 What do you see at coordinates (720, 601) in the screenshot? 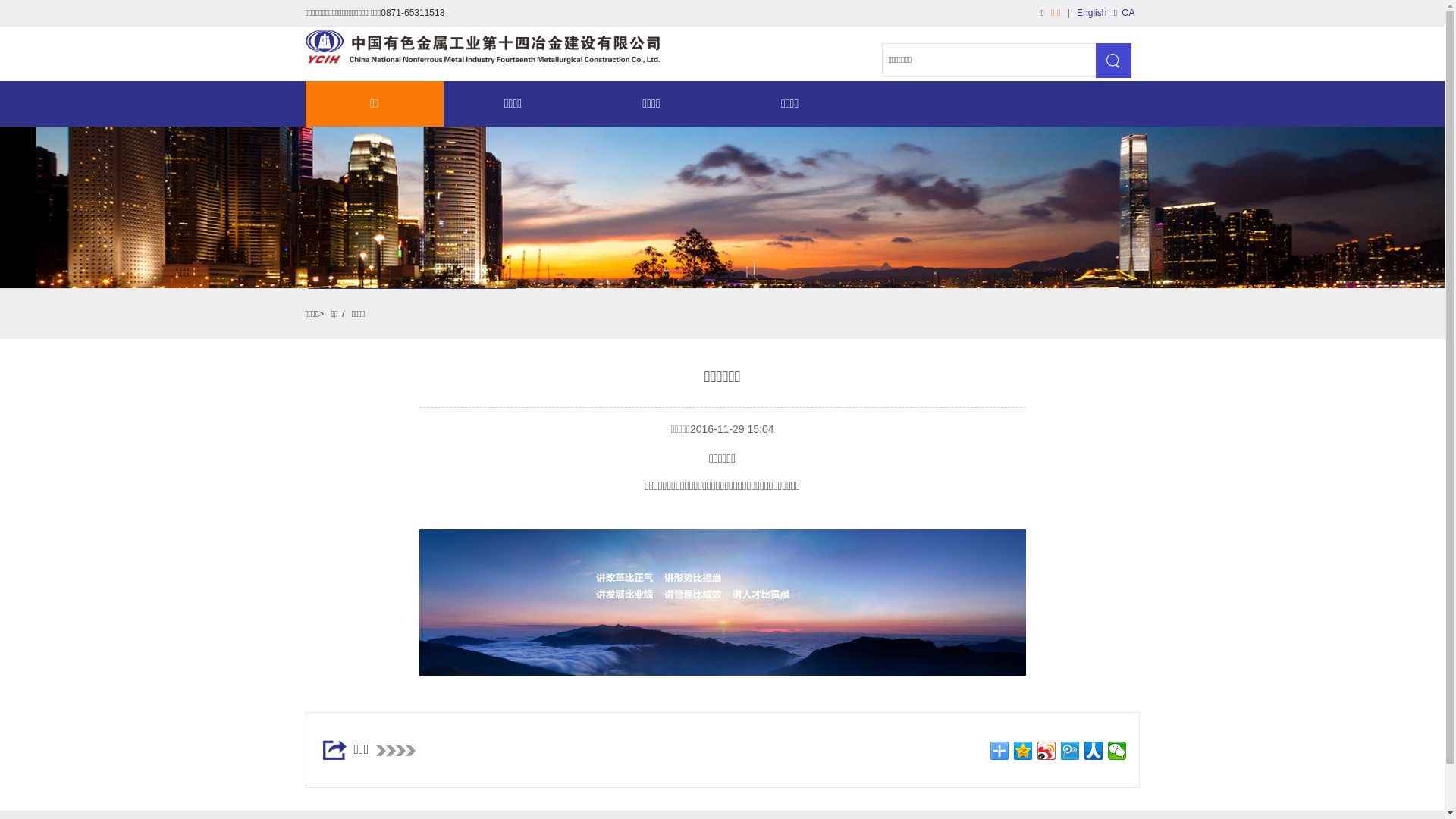
I see `'01'` at bounding box center [720, 601].